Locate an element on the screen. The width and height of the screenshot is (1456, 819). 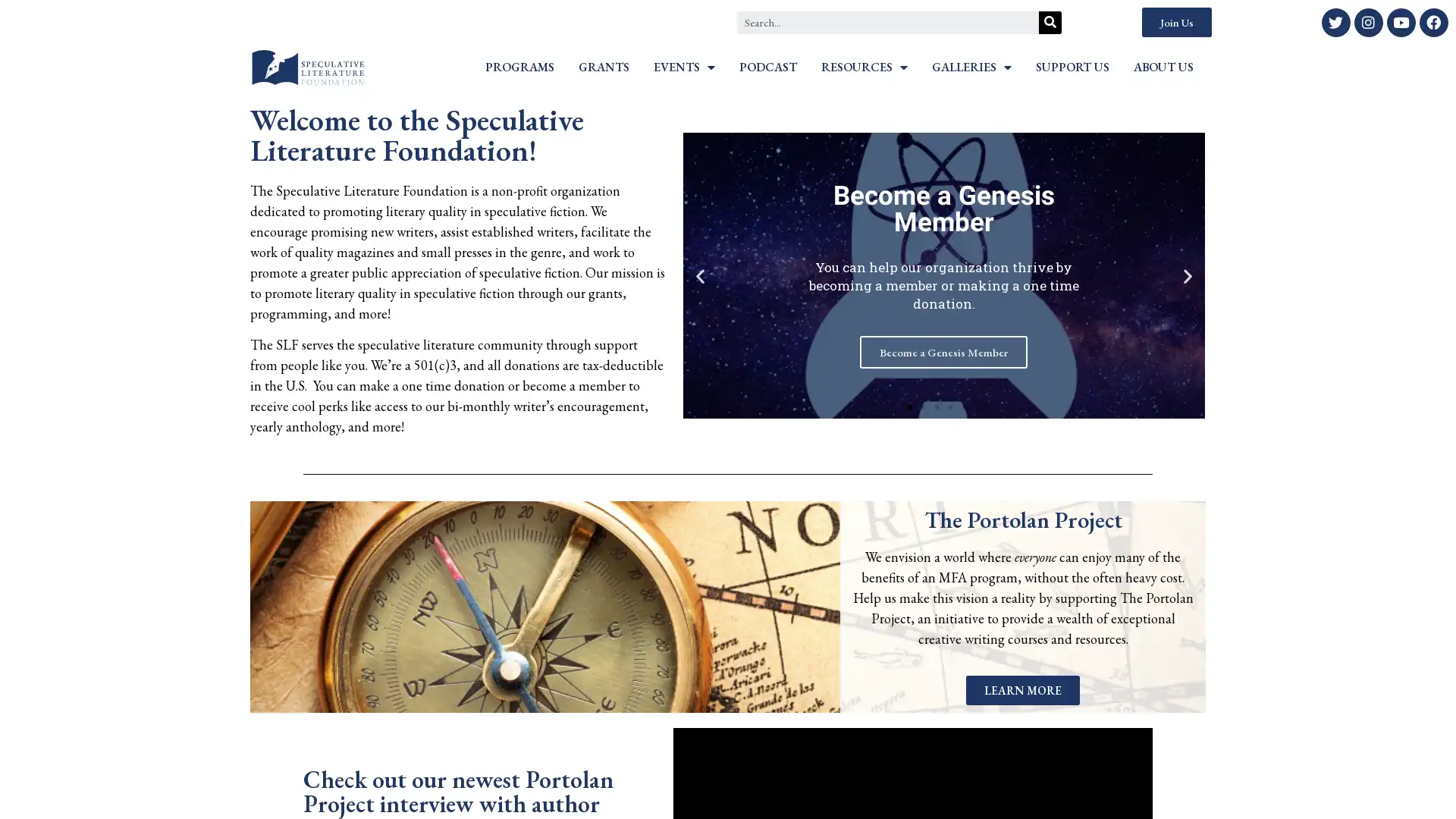
Go to slide 6 is located at coordinates (978, 406).